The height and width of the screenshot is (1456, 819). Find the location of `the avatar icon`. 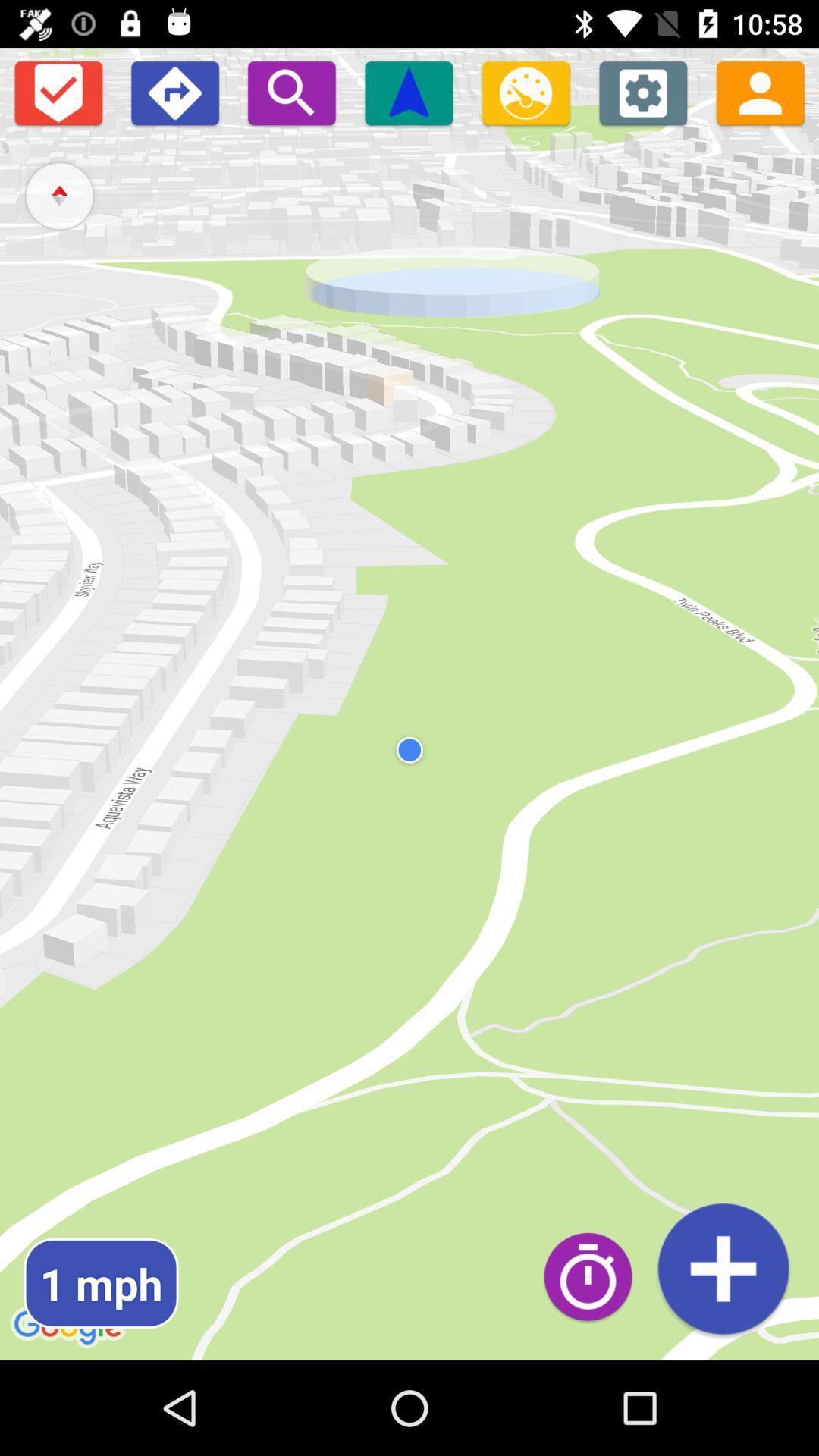

the avatar icon is located at coordinates (760, 92).